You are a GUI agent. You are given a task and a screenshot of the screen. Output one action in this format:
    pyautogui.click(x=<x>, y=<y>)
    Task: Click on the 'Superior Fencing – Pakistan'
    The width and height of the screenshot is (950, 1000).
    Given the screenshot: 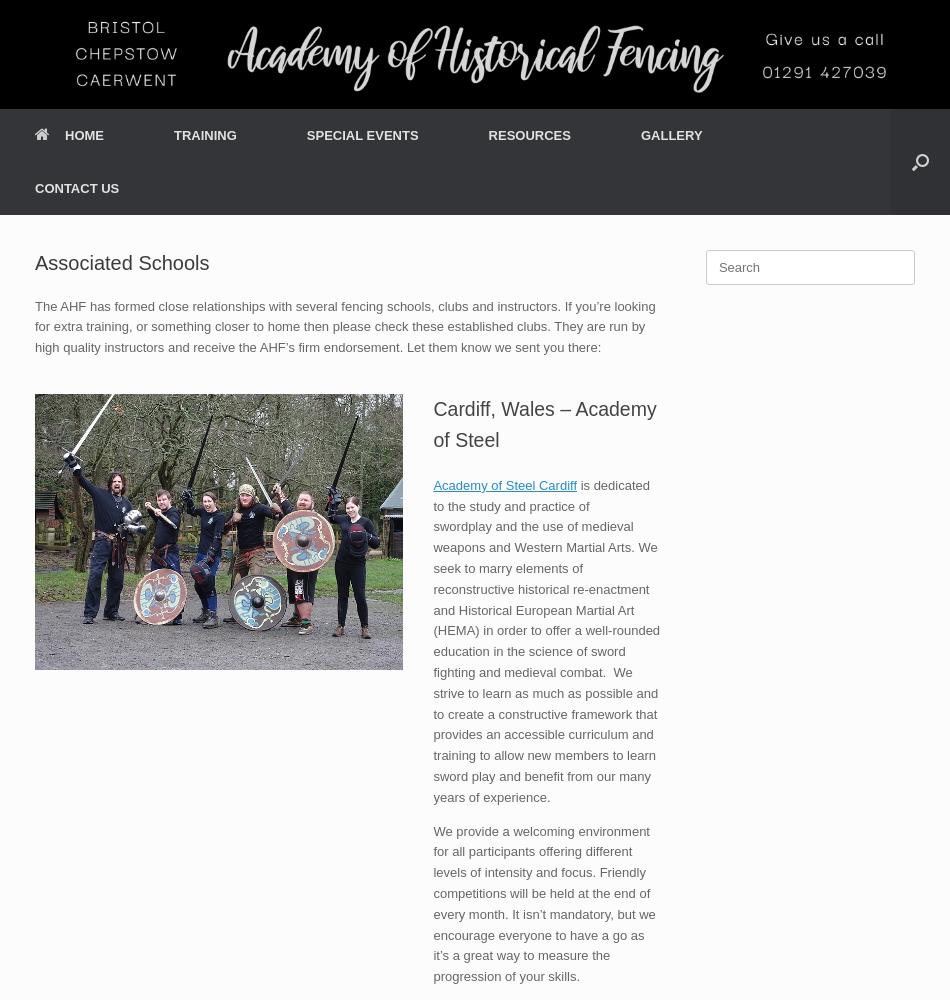 What is the action you would take?
    pyautogui.click(x=730, y=275)
    